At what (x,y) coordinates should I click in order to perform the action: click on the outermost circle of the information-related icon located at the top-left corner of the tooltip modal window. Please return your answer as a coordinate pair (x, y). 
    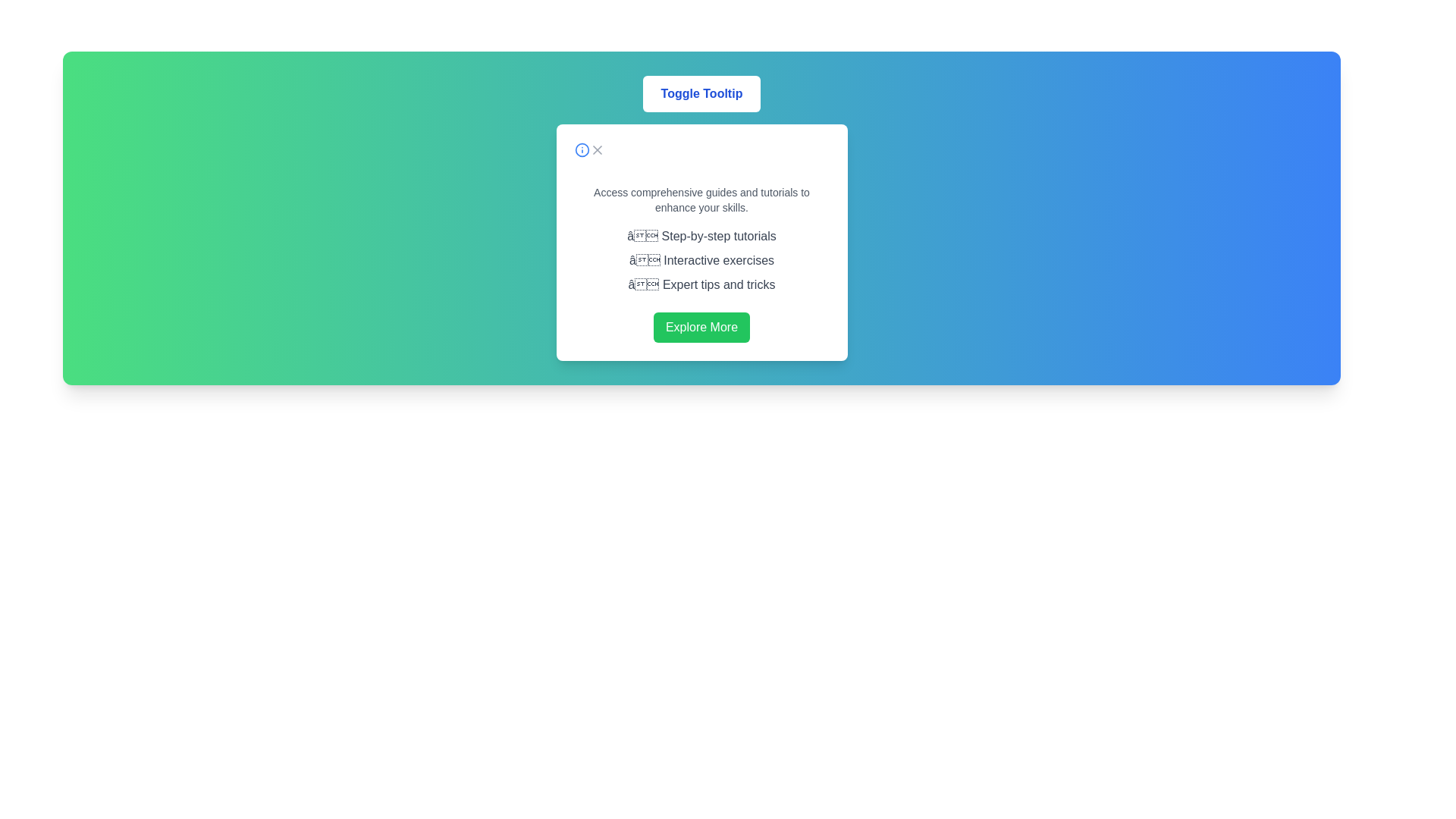
    Looking at the image, I should click on (581, 149).